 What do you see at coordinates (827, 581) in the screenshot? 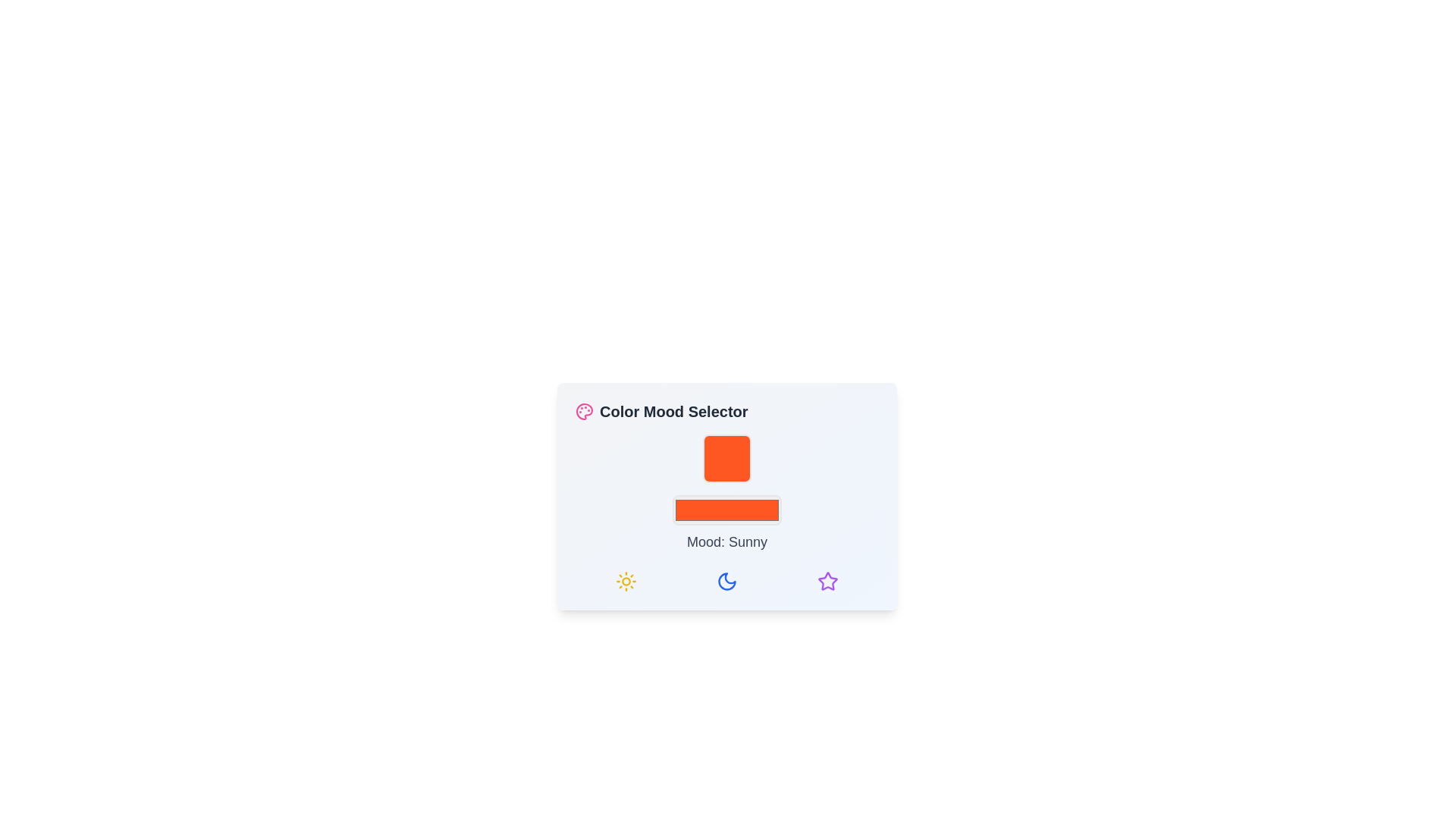
I see `the star icon located at the far right of the icon group` at bounding box center [827, 581].